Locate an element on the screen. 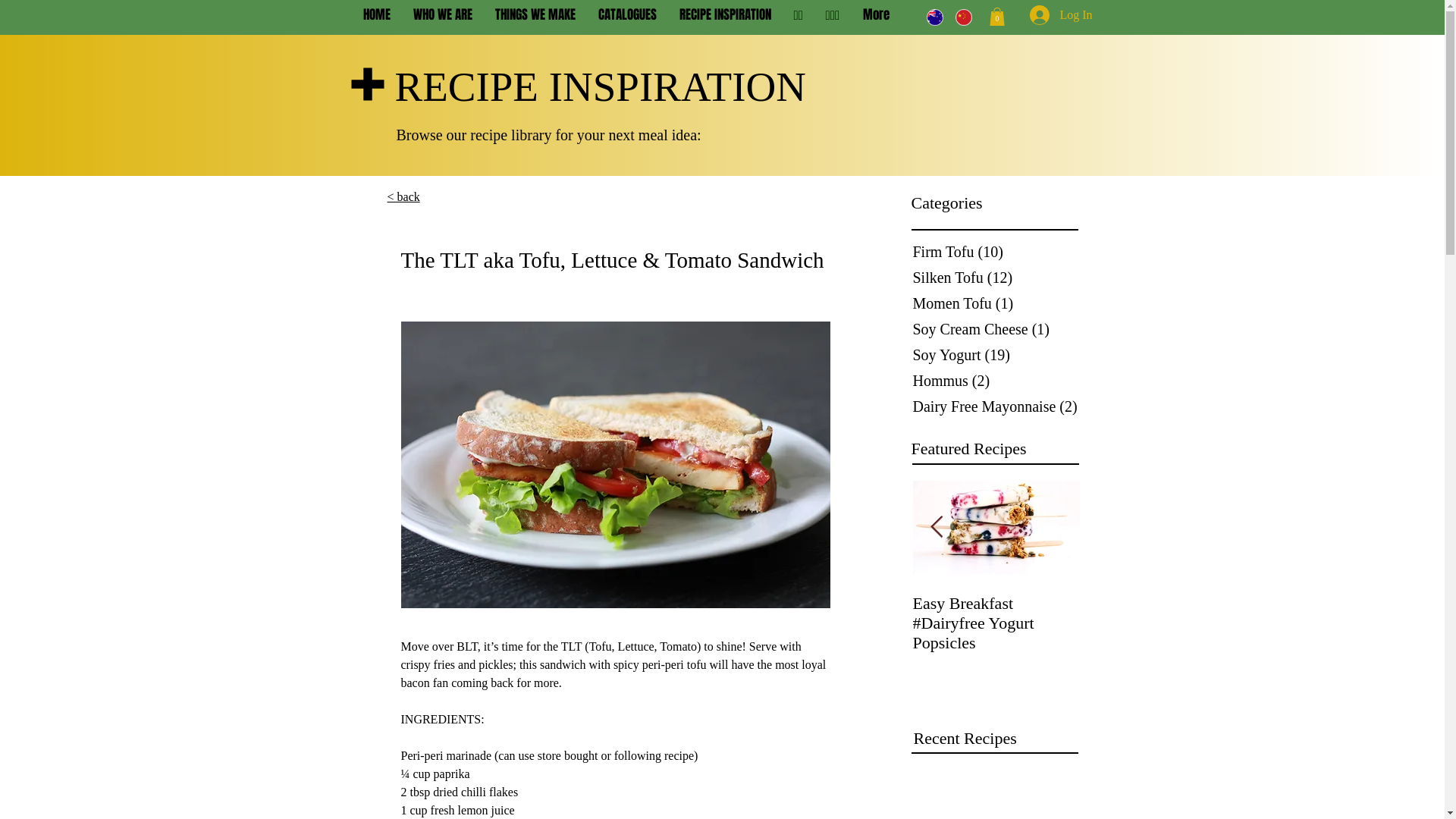  'THINGS WE MAKE' is located at coordinates (535, 14).